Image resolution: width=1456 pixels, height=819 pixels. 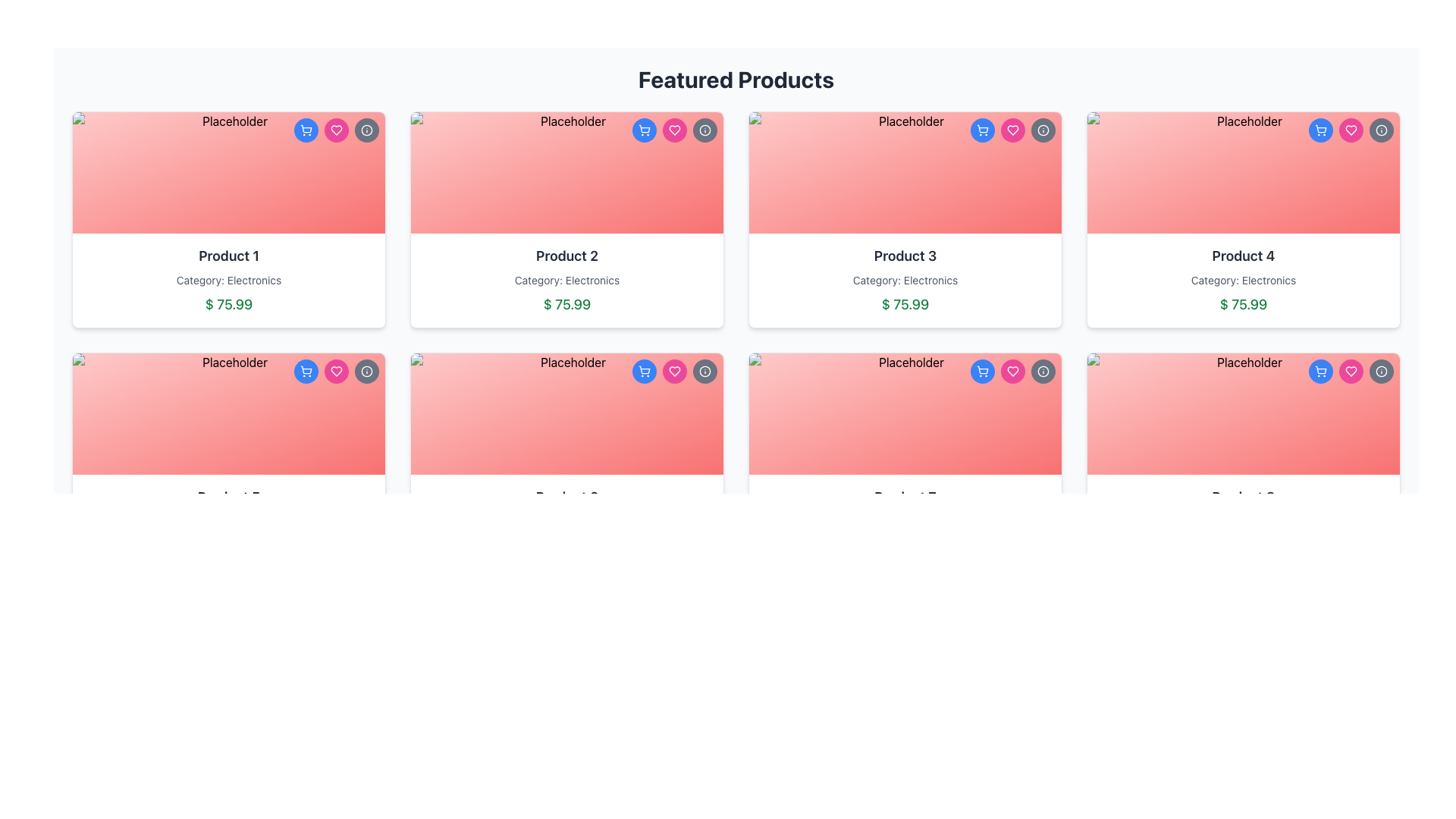 What do you see at coordinates (673, 371) in the screenshot?
I see `the pink circular button with a white heart icon located in the top-right corner of the product card to mark it as favorite` at bounding box center [673, 371].